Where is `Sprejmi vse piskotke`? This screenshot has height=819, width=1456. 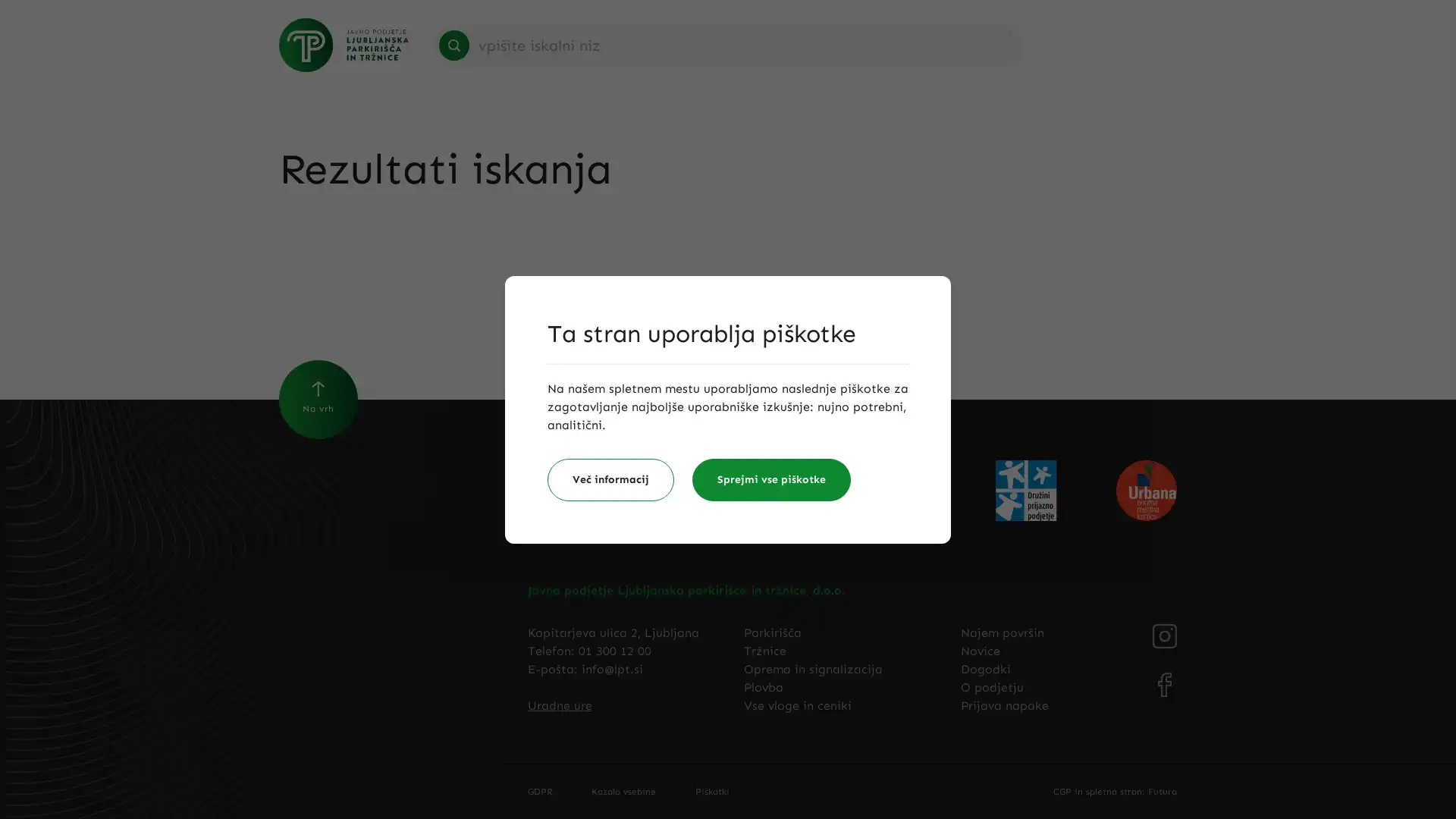 Sprejmi vse piskotke is located at coordinates (771, 479).